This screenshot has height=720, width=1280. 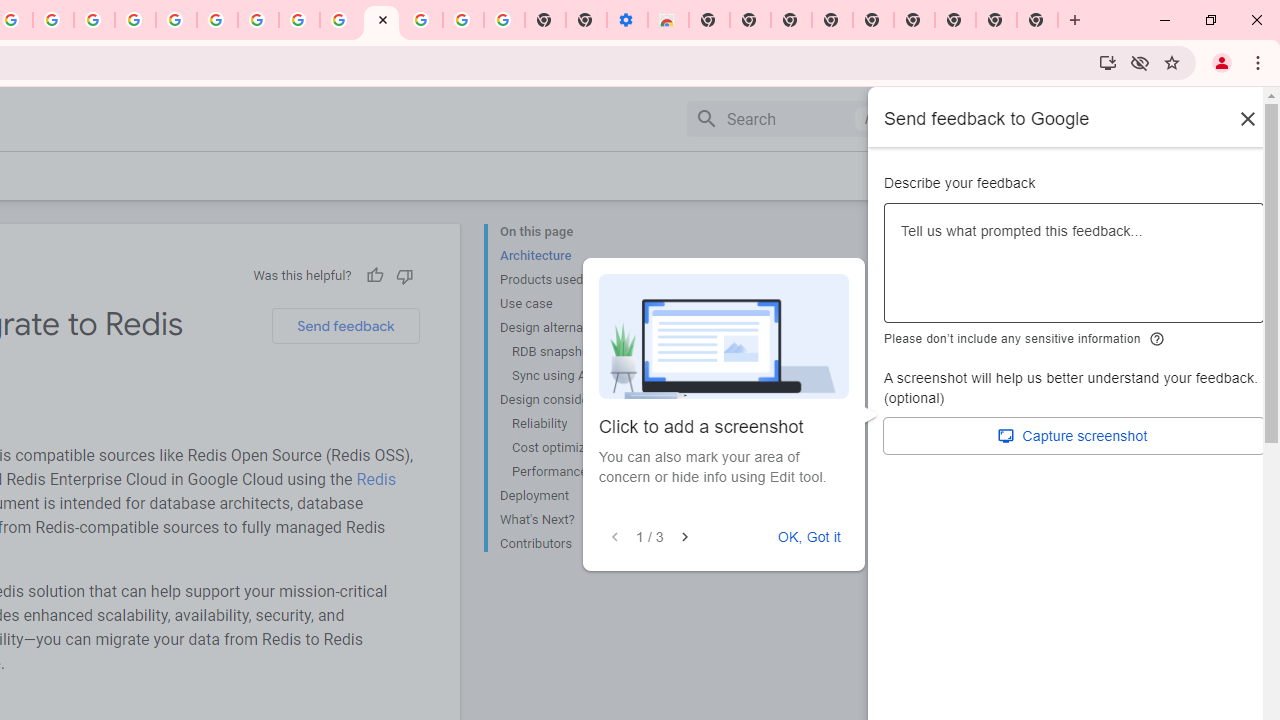 What do you see at coordinates (374, 275) in the screenshot?
I see `'Helpful'` at bounding box center [374, 275].